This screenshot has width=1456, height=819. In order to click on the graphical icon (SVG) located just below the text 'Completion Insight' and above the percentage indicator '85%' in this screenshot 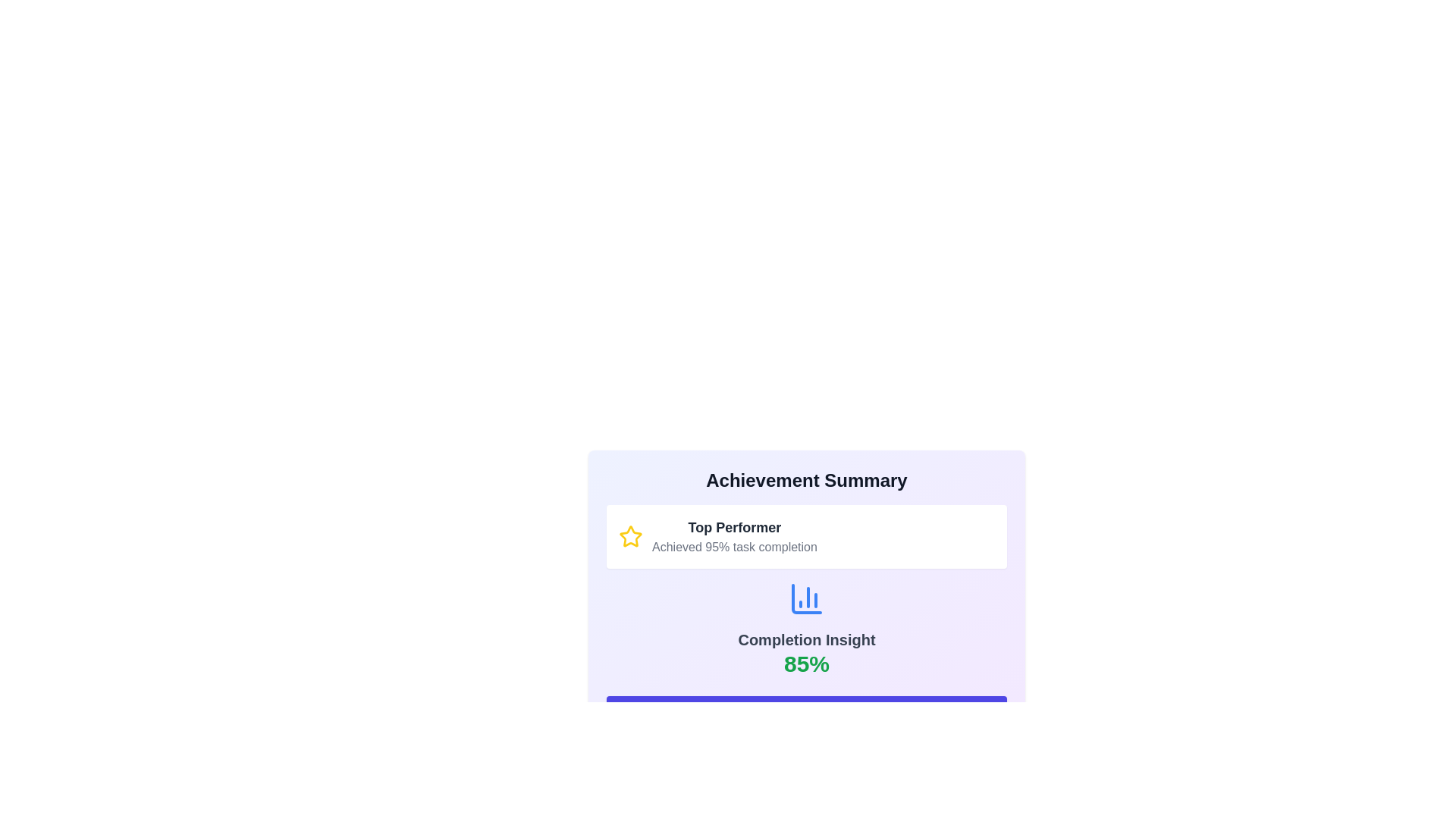, I will do `click(806, 598)`.